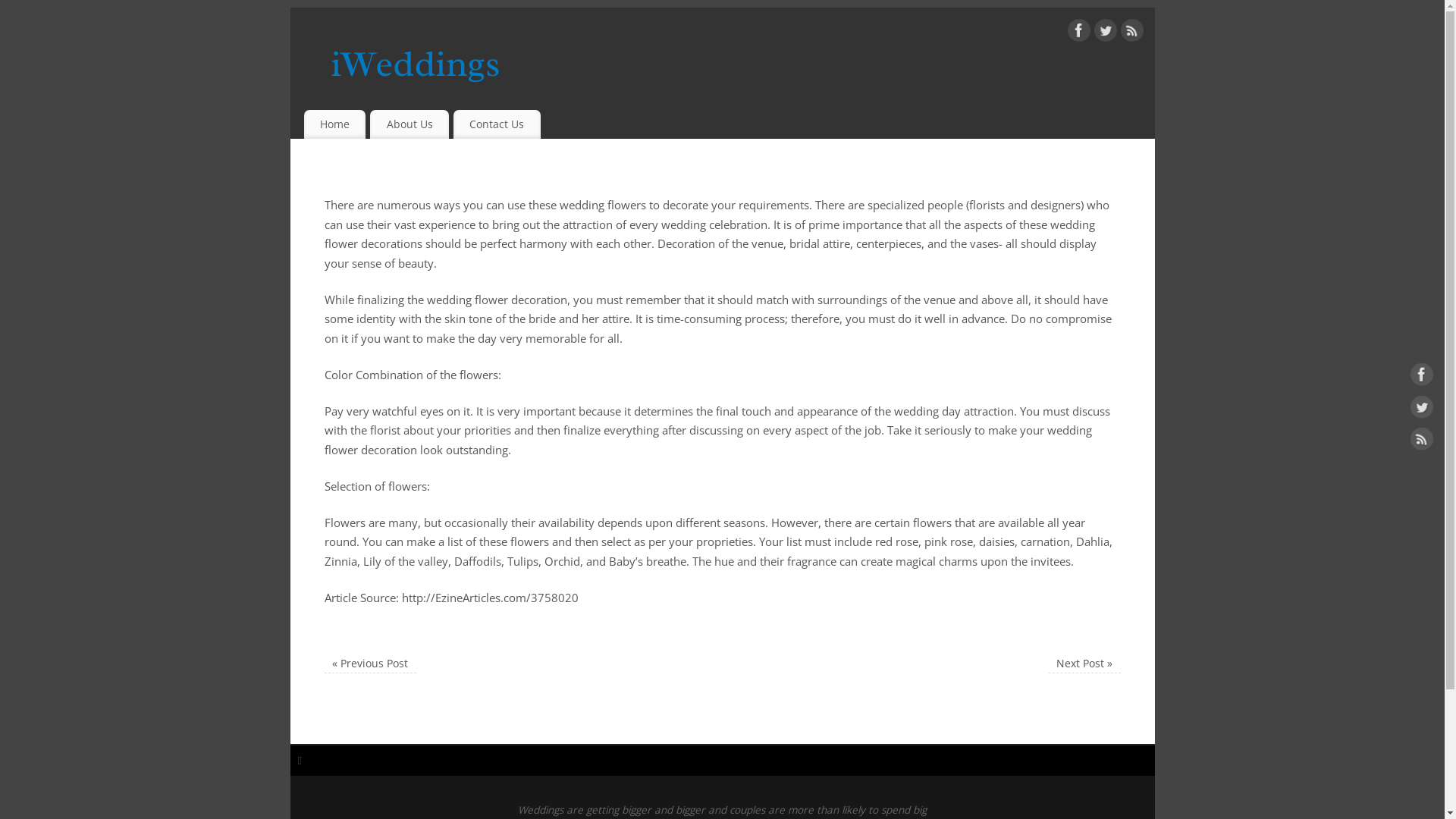 The height and width of the screenshot is (819, 1456). I want to click on 'RSS', so click(1131, 33).